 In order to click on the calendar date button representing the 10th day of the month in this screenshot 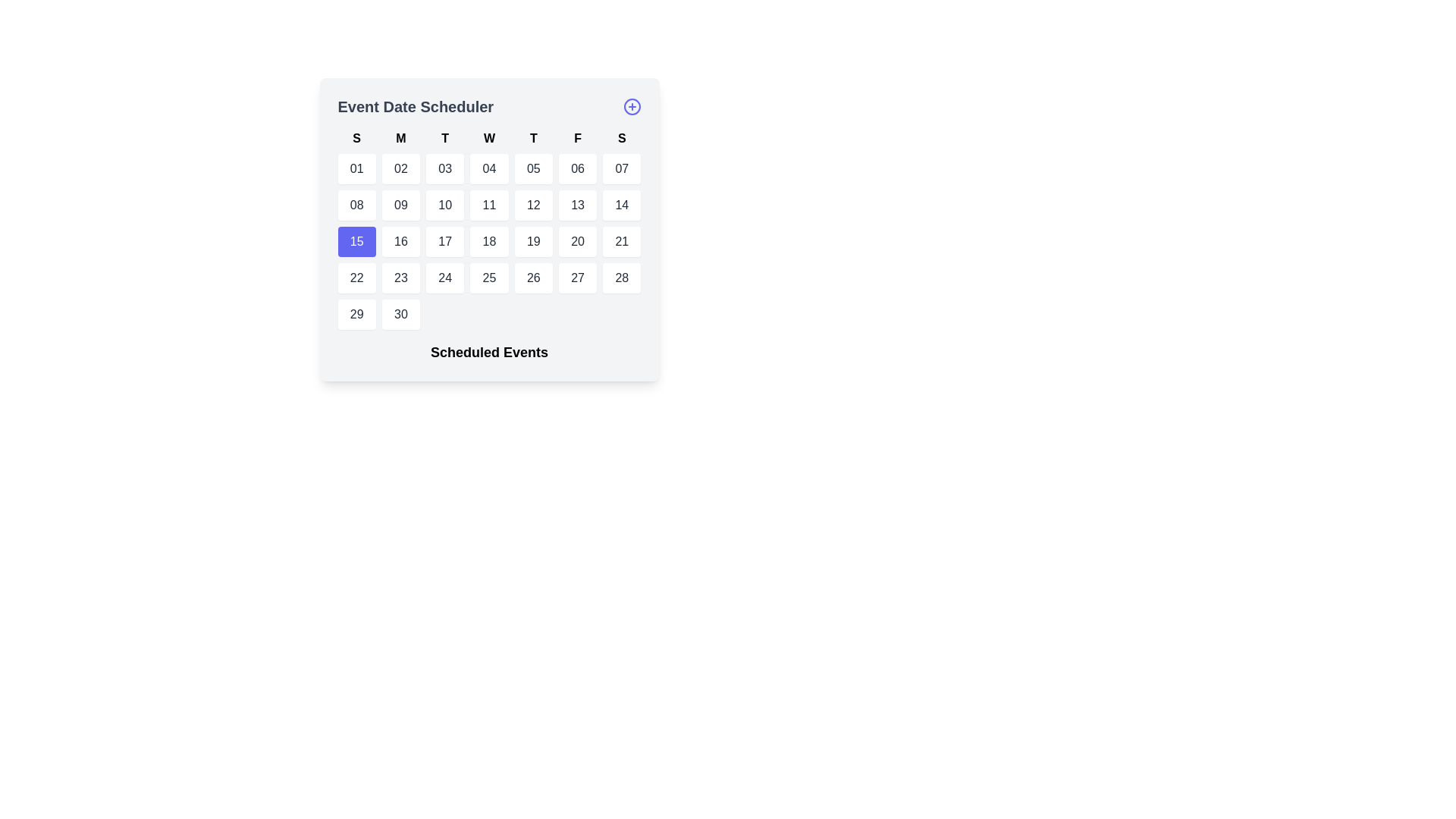, I will do `click(444, 205)`.